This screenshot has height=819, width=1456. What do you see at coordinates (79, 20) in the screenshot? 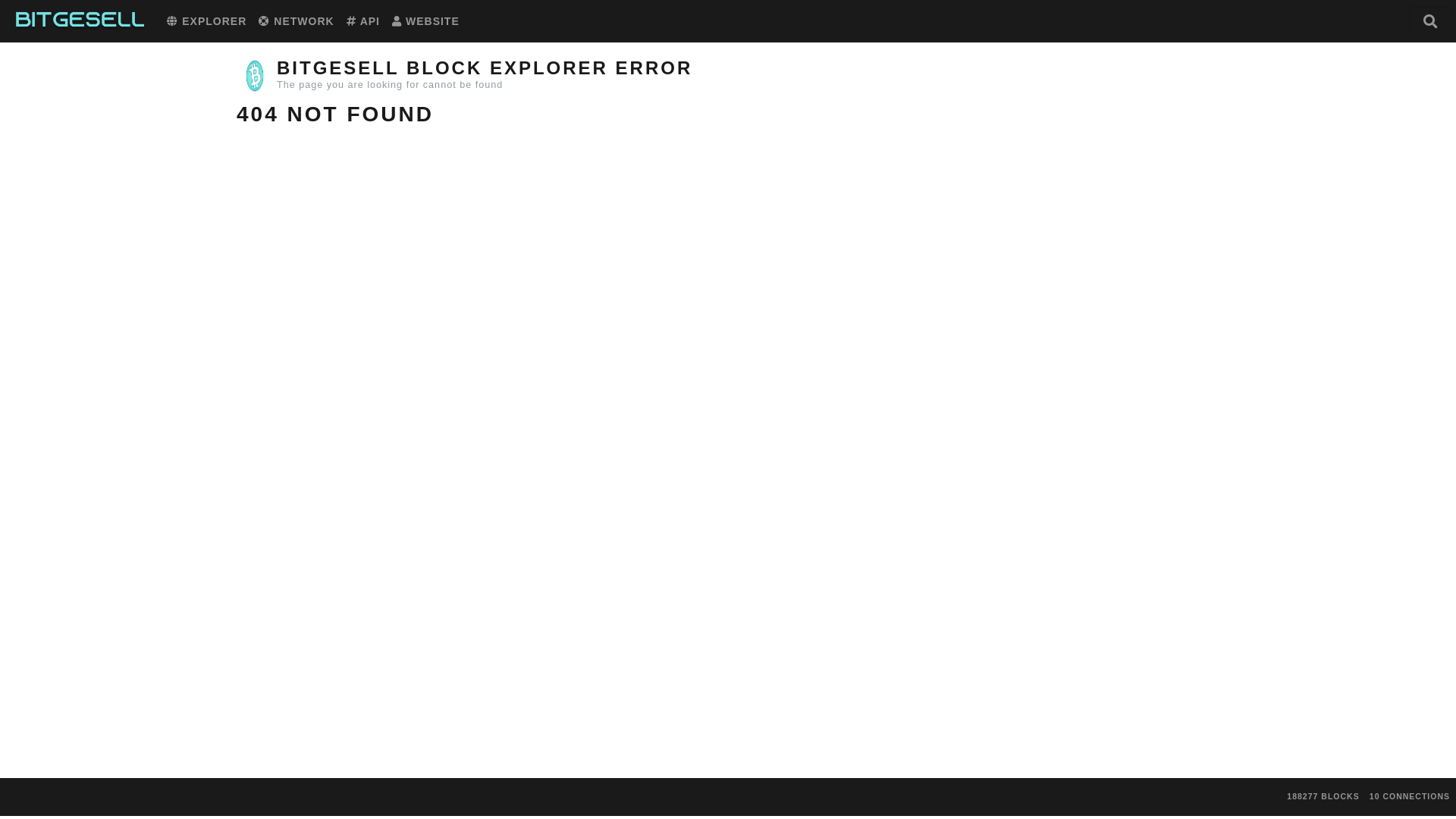
I see `'Bitgesell Home'` at bounding box center [79, 20].